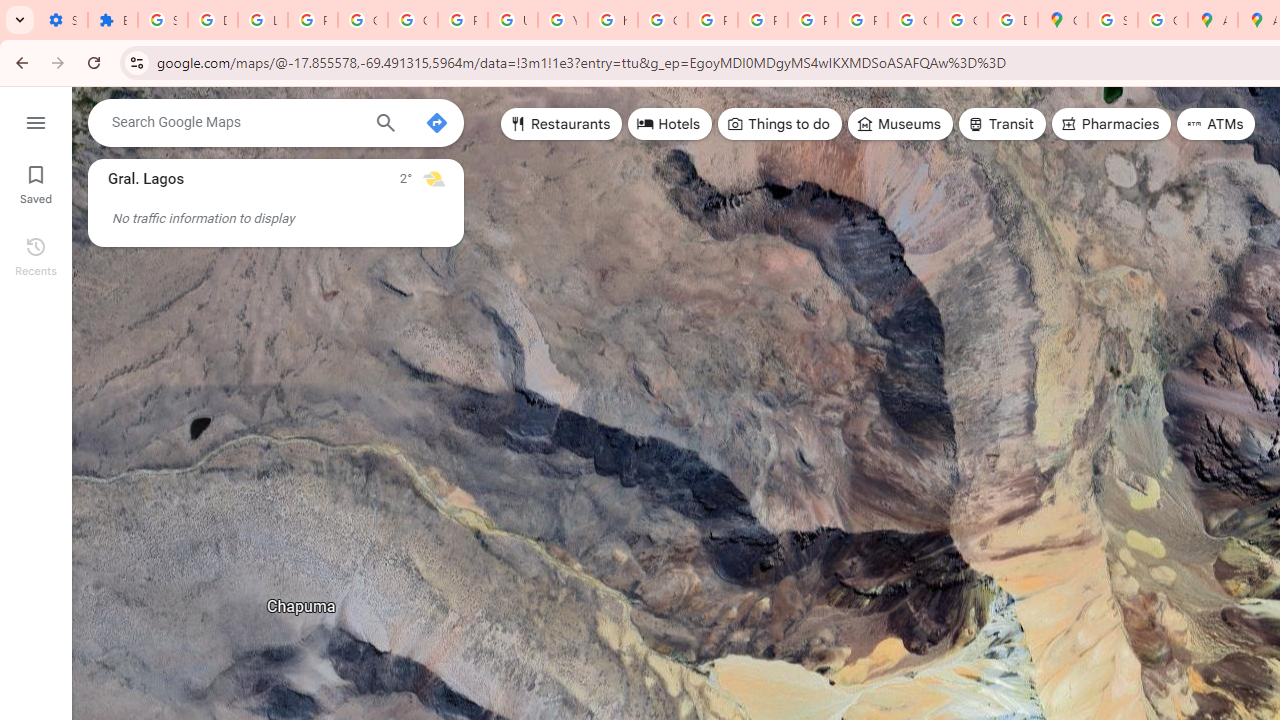 The height and width of the screenshot is (720, 1280). What do you see at coordinates (362, 20) in the screenshot?
I see `'Google Account Help'` at bounding box center [362, 20].